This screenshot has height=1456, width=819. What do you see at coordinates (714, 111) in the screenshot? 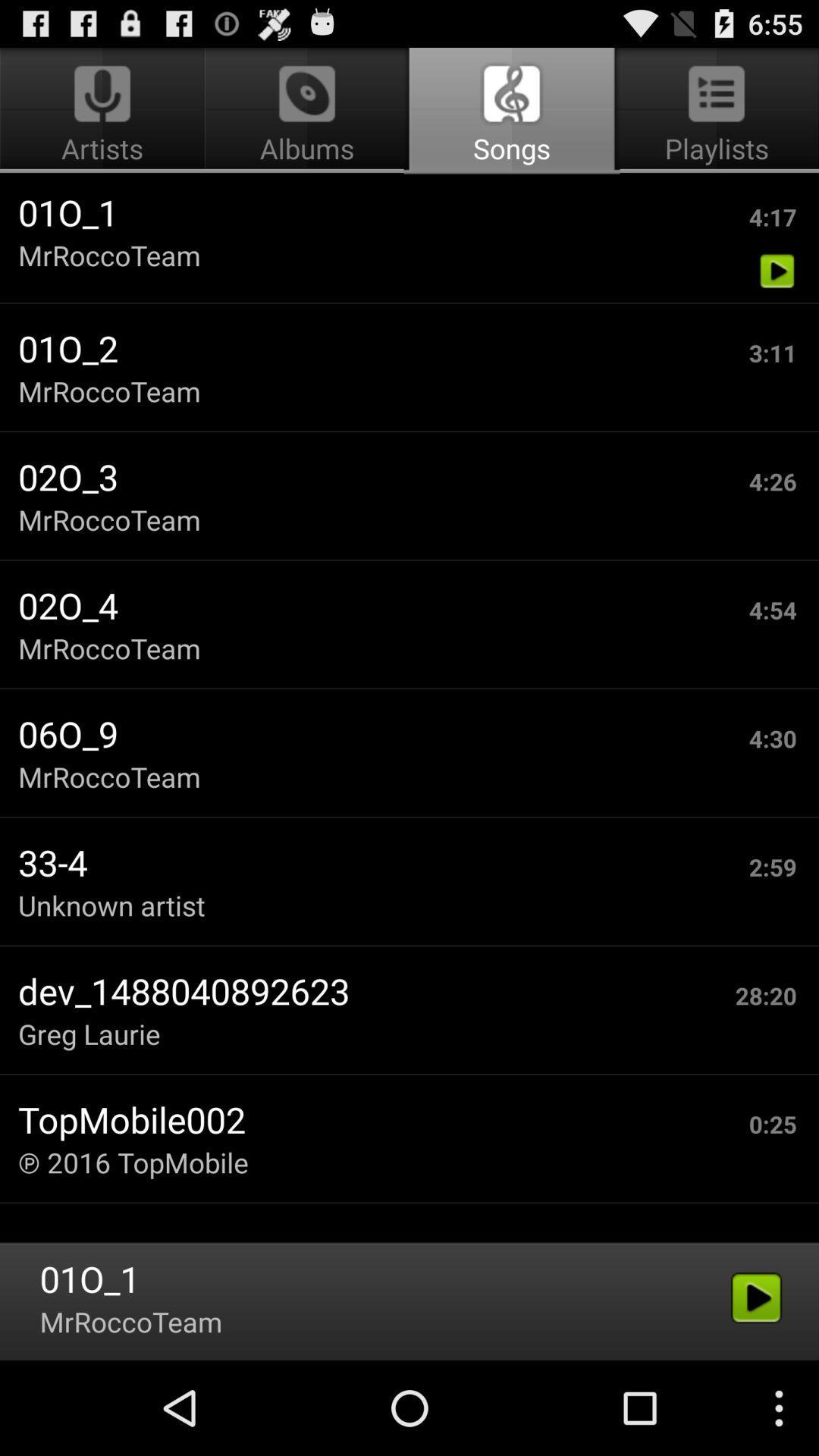
I see `the playlists icon` at bounding box center [714, 111].